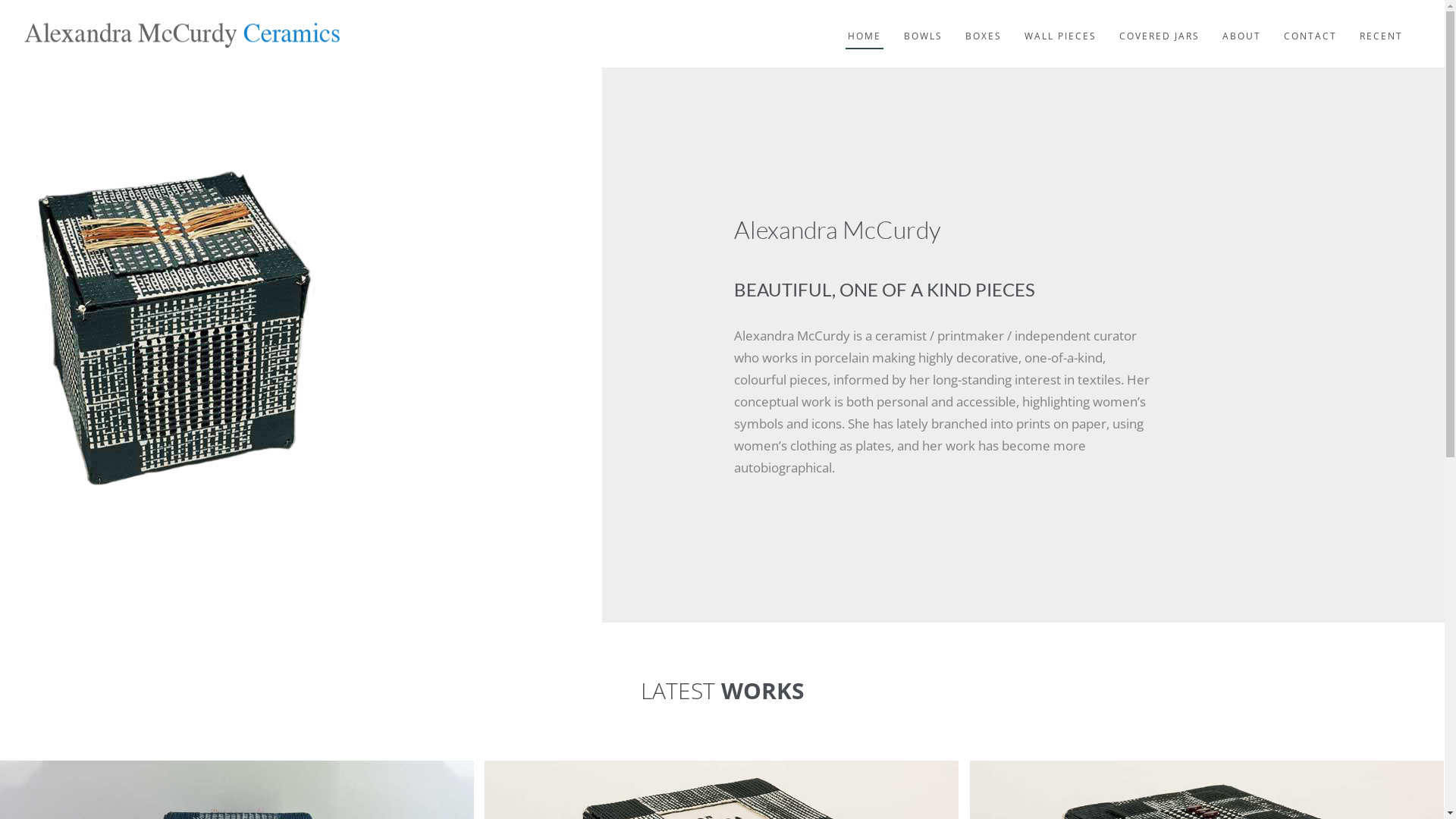 The height and width of the screenshot is (819, 1456). What do you see at coordinates (922, 24) in the screenshot?
I see `'BOWLS'` at bounding box center [922, 24].